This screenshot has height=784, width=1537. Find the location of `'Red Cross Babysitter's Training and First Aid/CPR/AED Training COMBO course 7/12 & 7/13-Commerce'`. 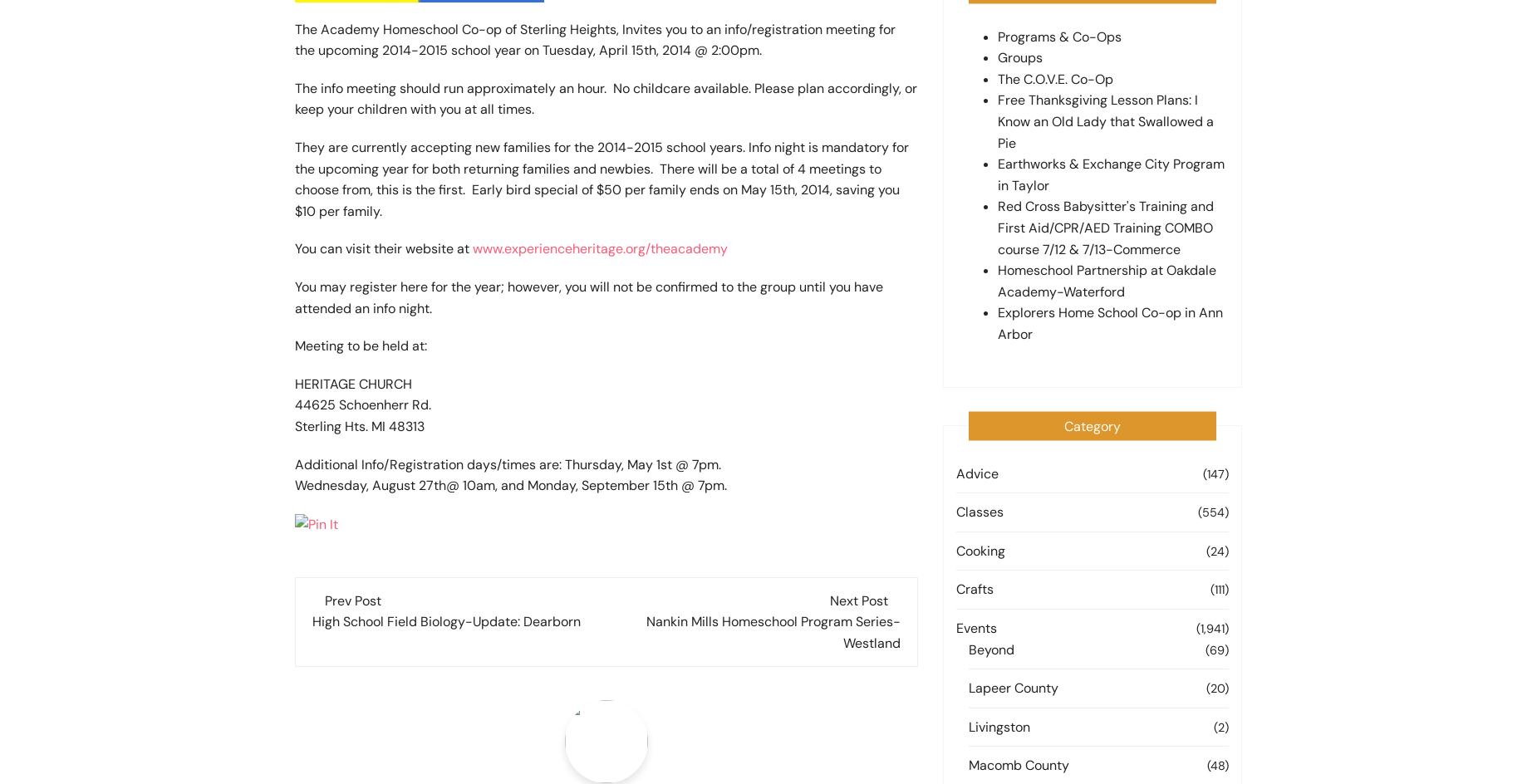

'Red Cross Babysitter's Training and First Aid/CPR/AED Training COMBO course 7/12 & 7/13-Commerce' is located at coordinates (1105, 228).